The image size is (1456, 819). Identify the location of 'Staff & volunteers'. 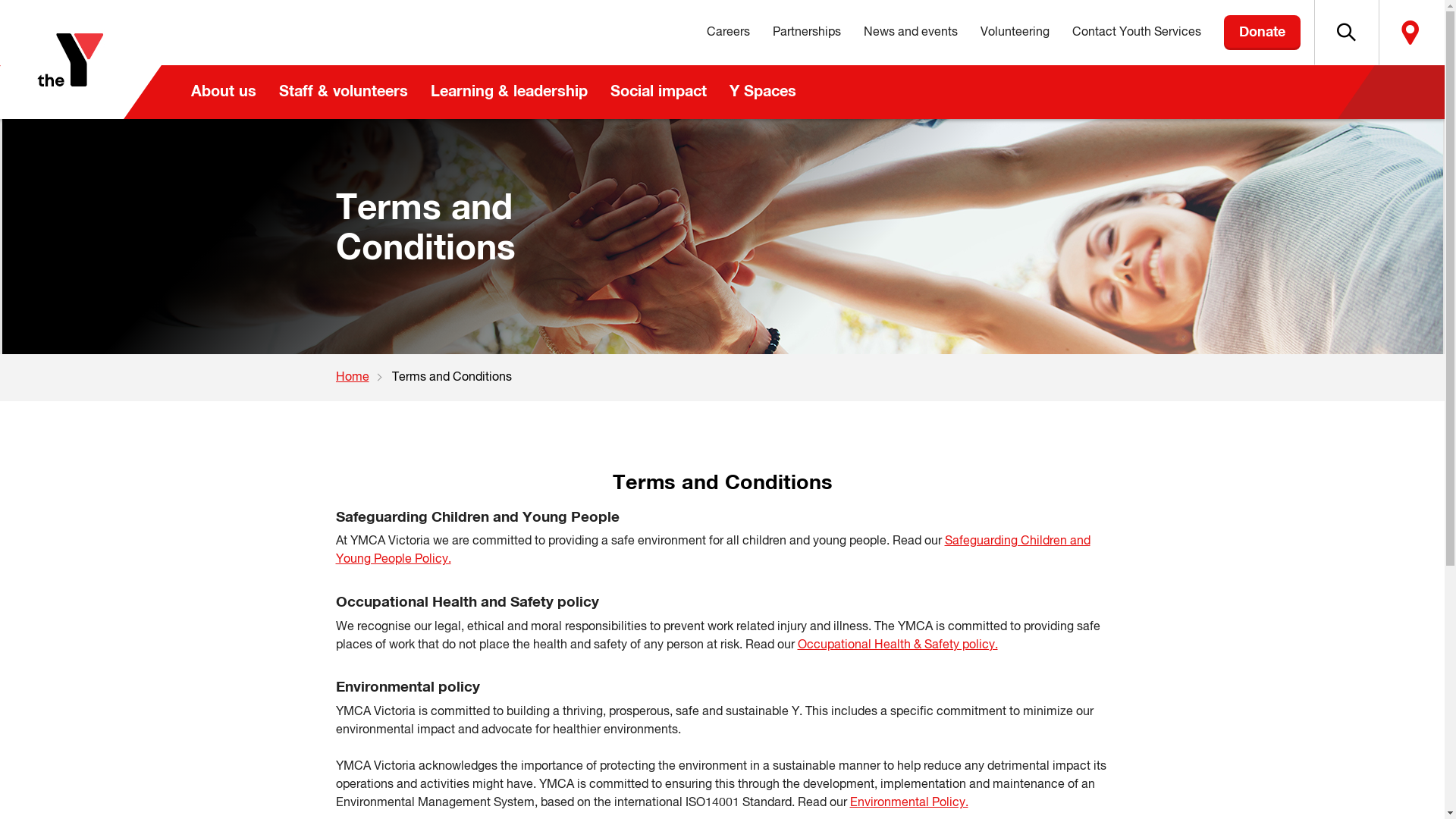
(341, 92).